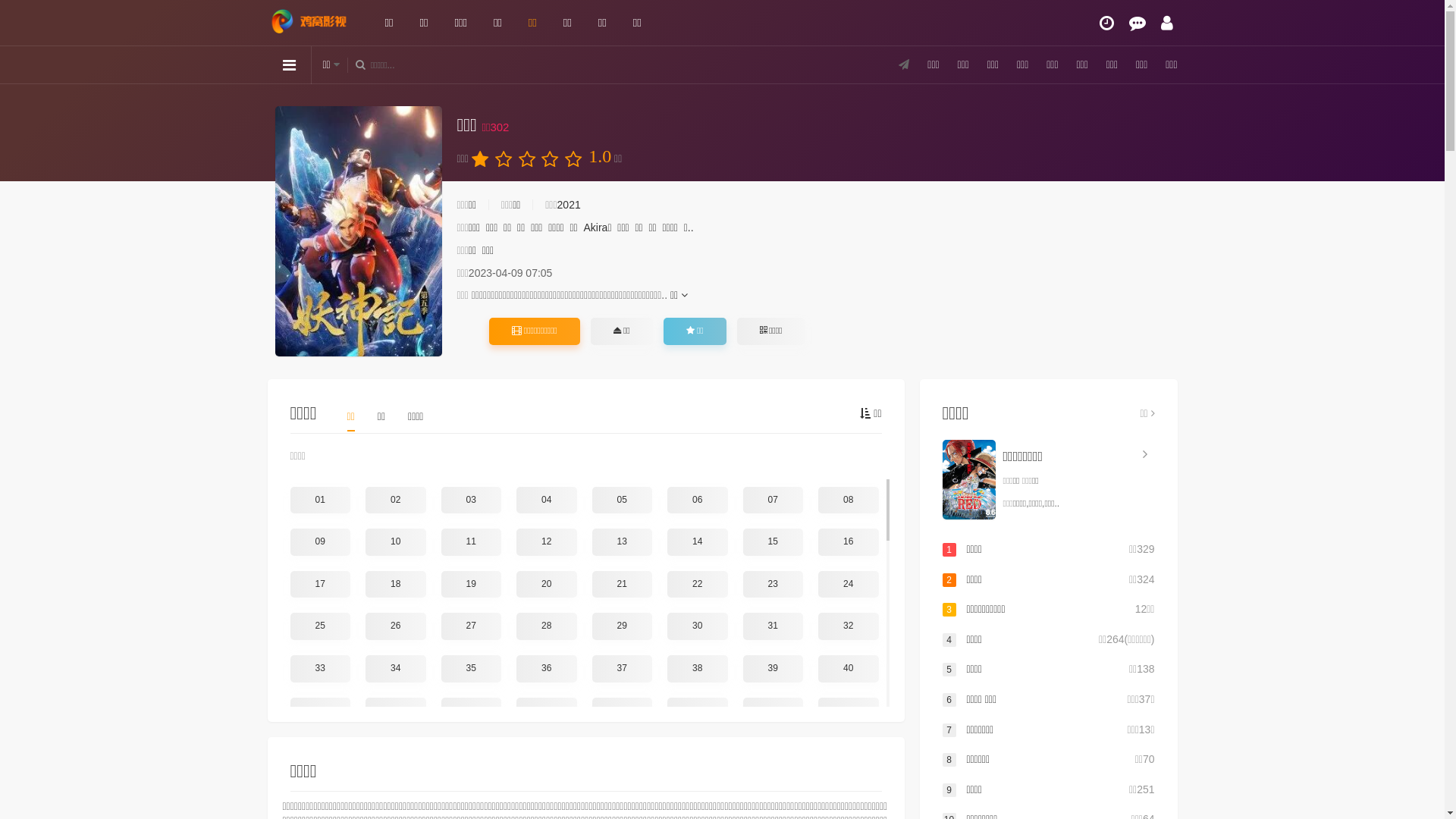 The width and height of the screenshot is (1456, 819). I want to click on '2021', so click(568, 205).